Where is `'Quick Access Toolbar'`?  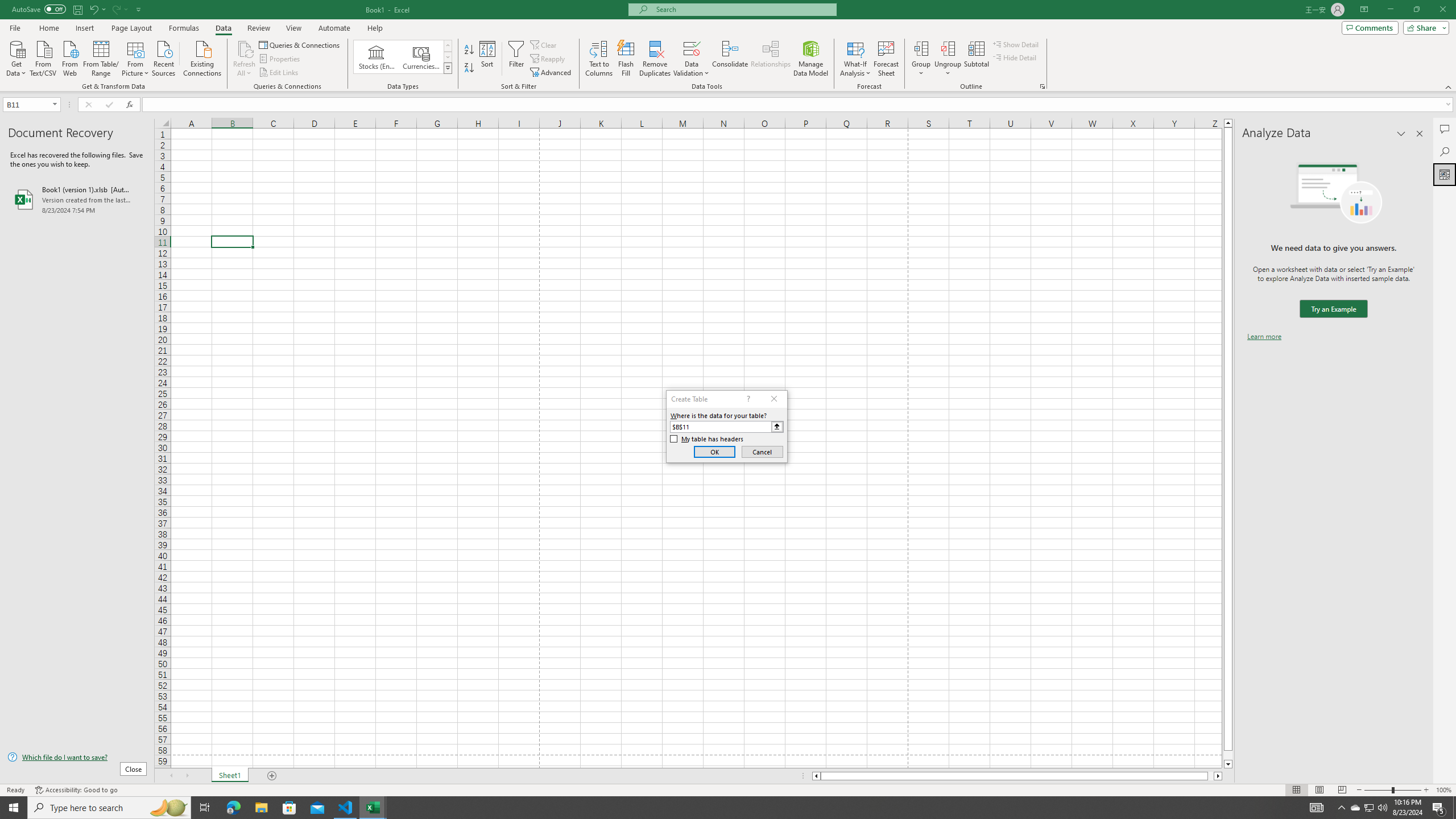 'Quick Access Toolbar' is located at coordinates (77, 9).